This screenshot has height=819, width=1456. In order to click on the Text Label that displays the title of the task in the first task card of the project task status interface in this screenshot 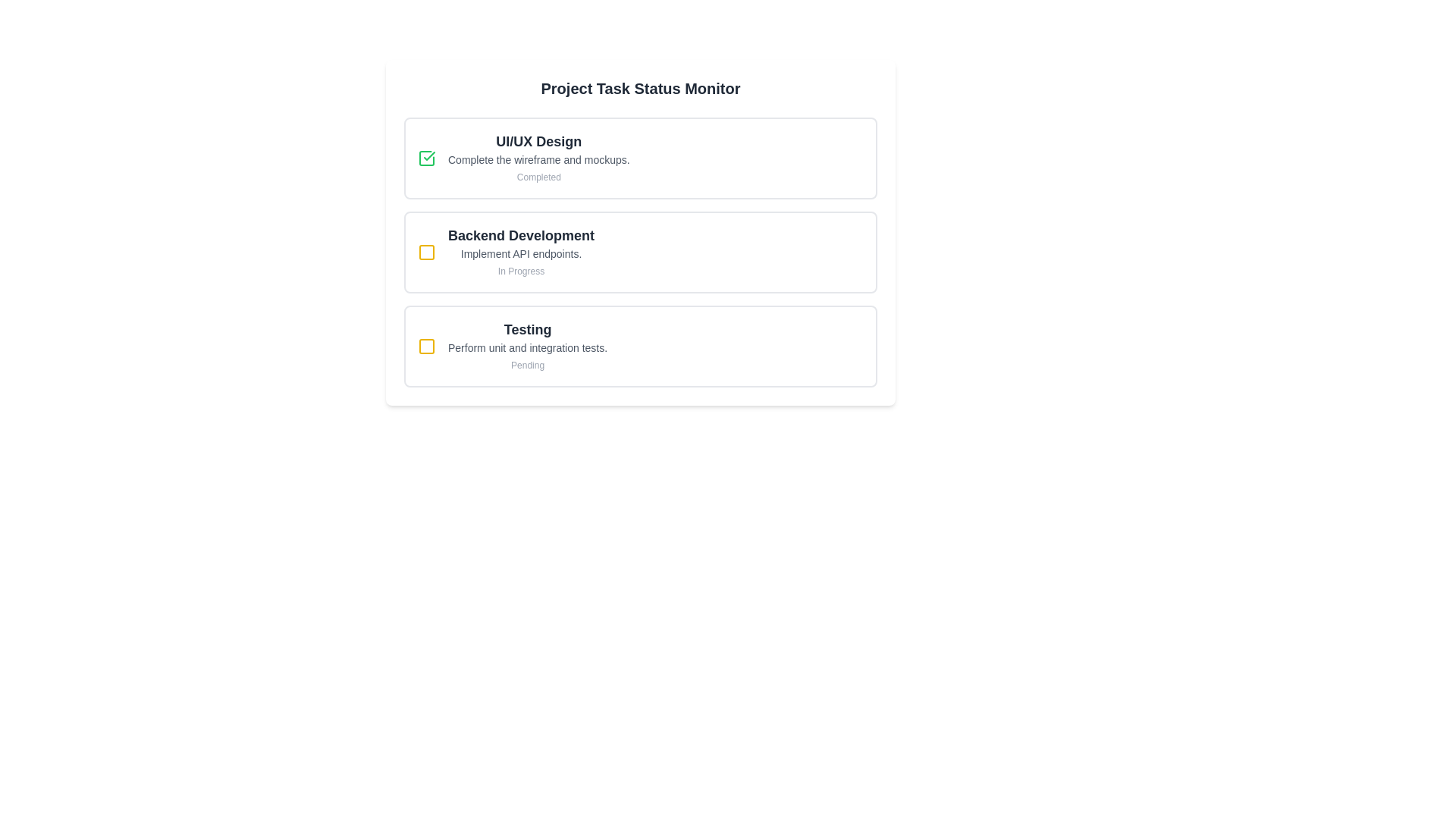, I will do `click(538, 141)`.